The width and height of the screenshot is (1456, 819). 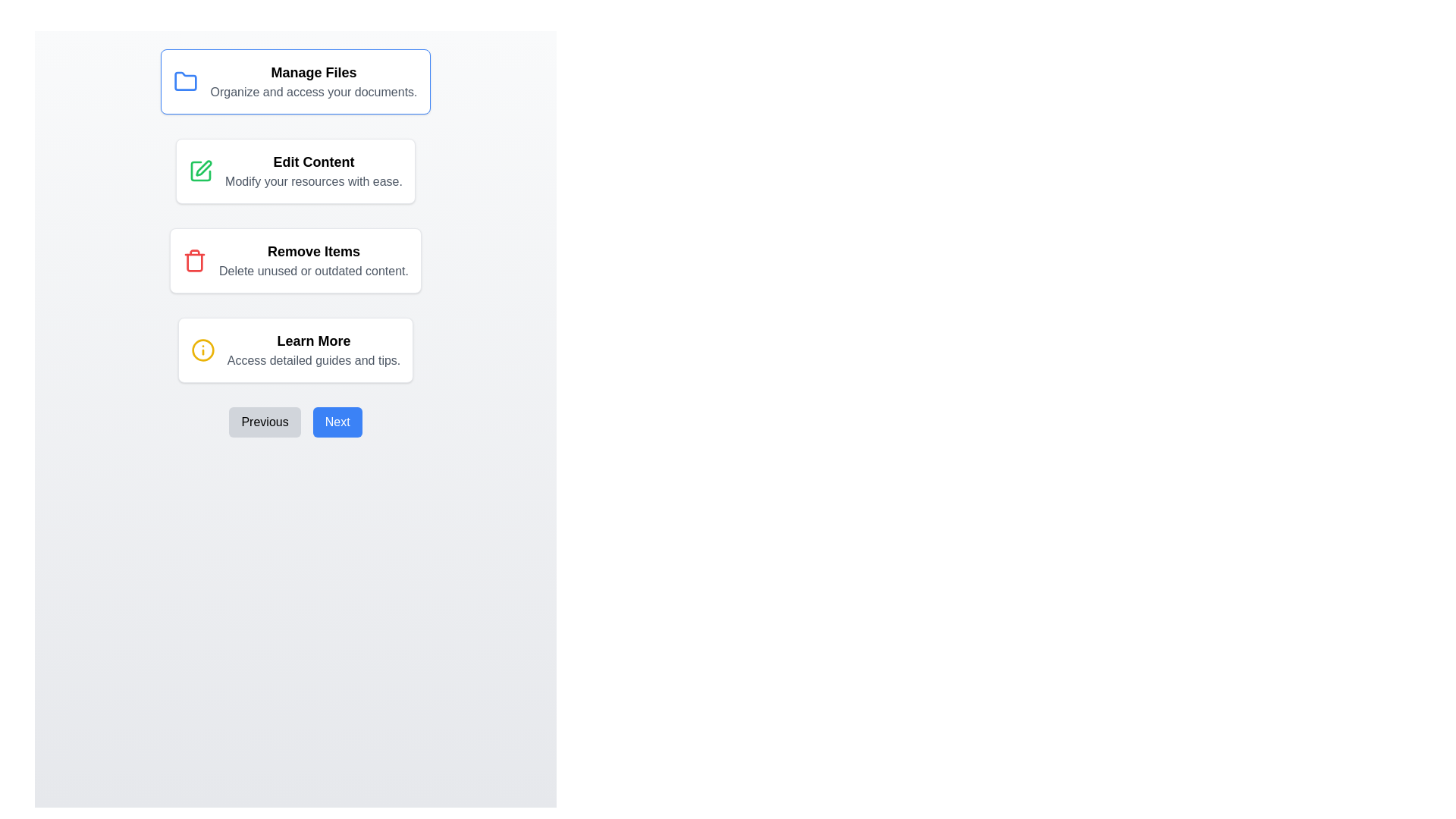 I want to click on the Informational Card, which is the third card in a vertical stack, so click(x=295, y=259).